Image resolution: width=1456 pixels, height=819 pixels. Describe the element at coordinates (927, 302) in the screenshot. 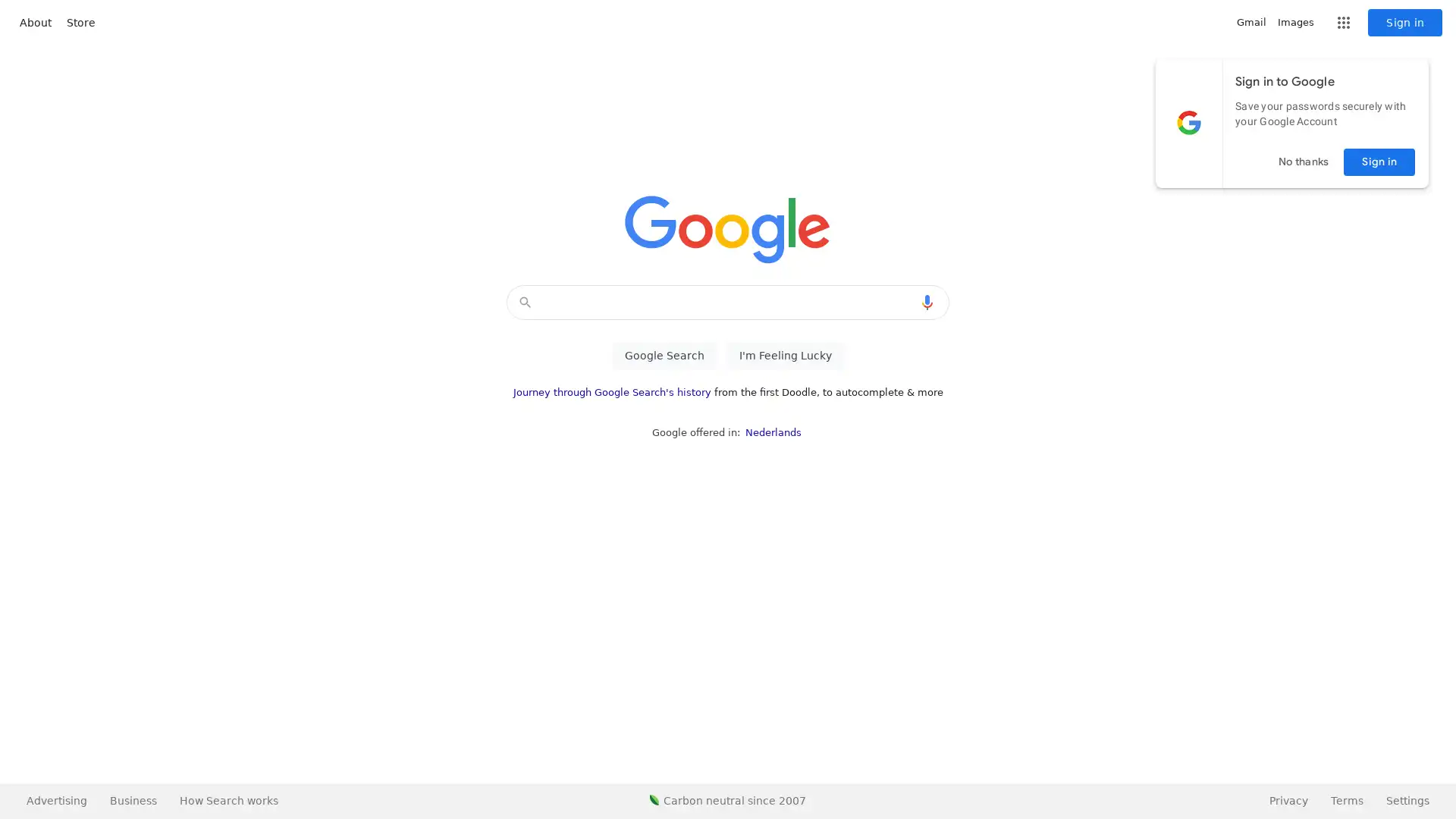

I see `Search by voice` at that location.